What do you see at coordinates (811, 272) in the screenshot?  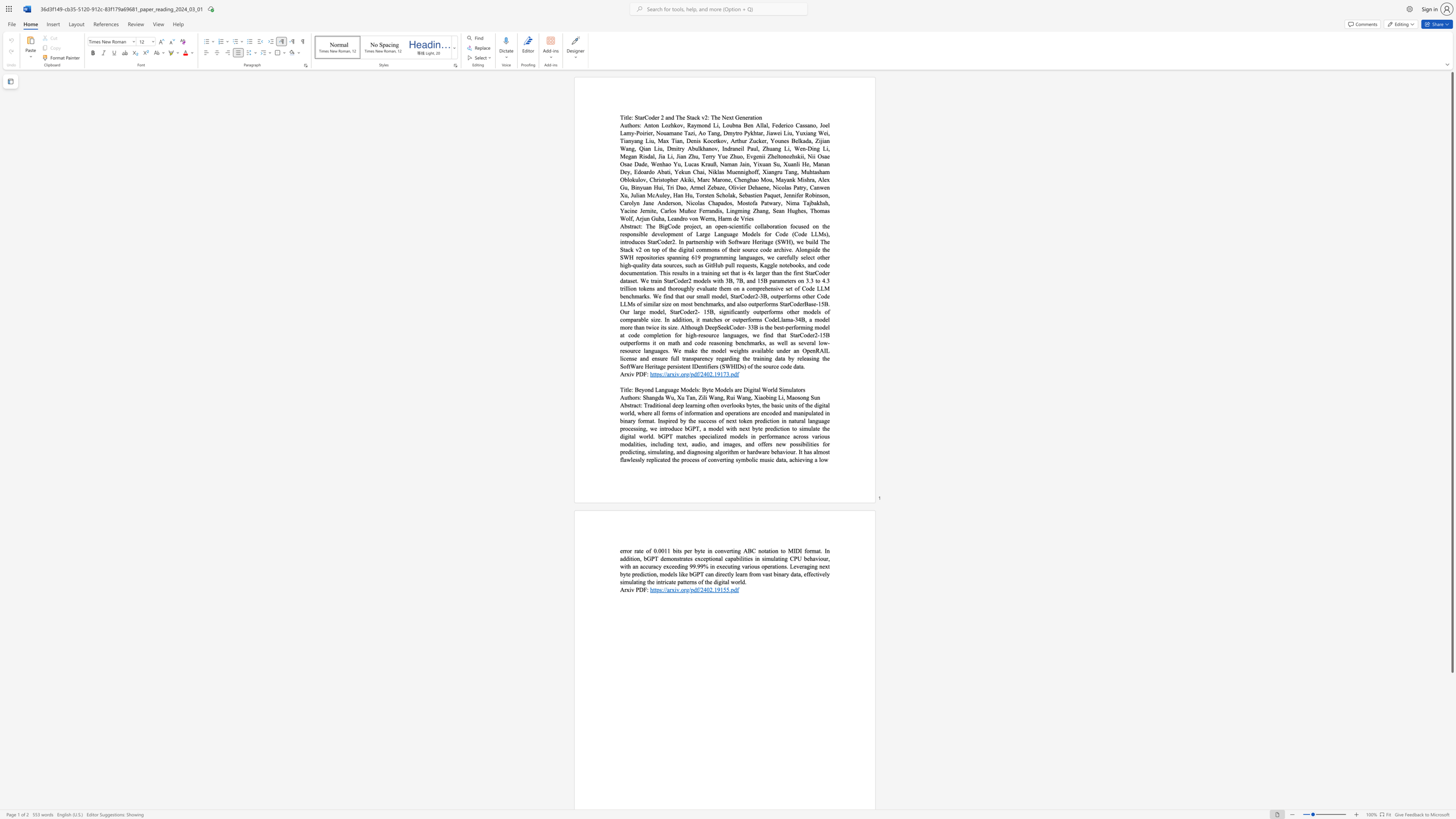 I see `the 31th character "a" in the text` at bounding box center [811, 272].